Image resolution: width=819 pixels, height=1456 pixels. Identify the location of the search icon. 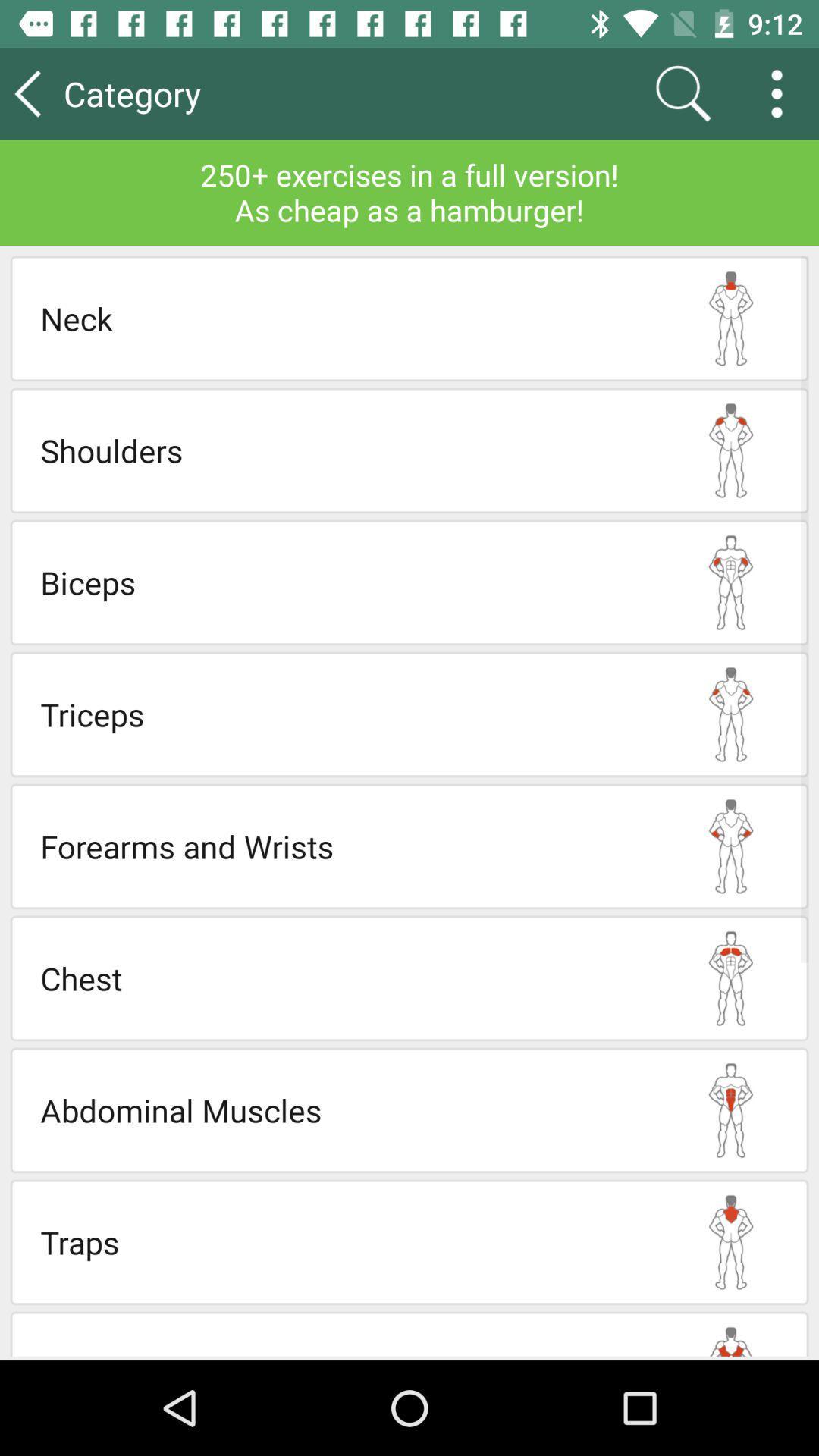
(682, 93).